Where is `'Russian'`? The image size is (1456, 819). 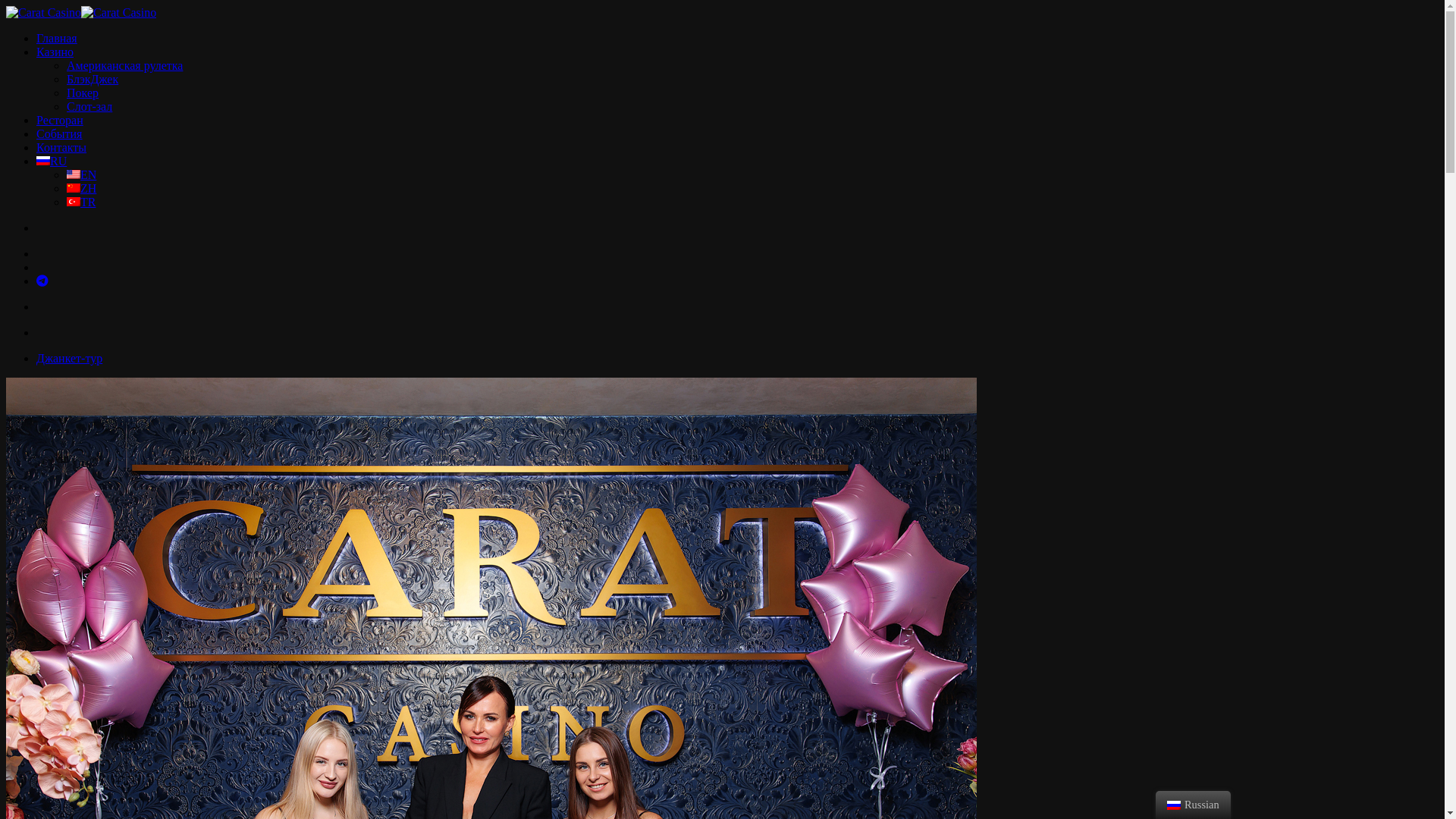 'Russian' is located at coordinates (43, 161).